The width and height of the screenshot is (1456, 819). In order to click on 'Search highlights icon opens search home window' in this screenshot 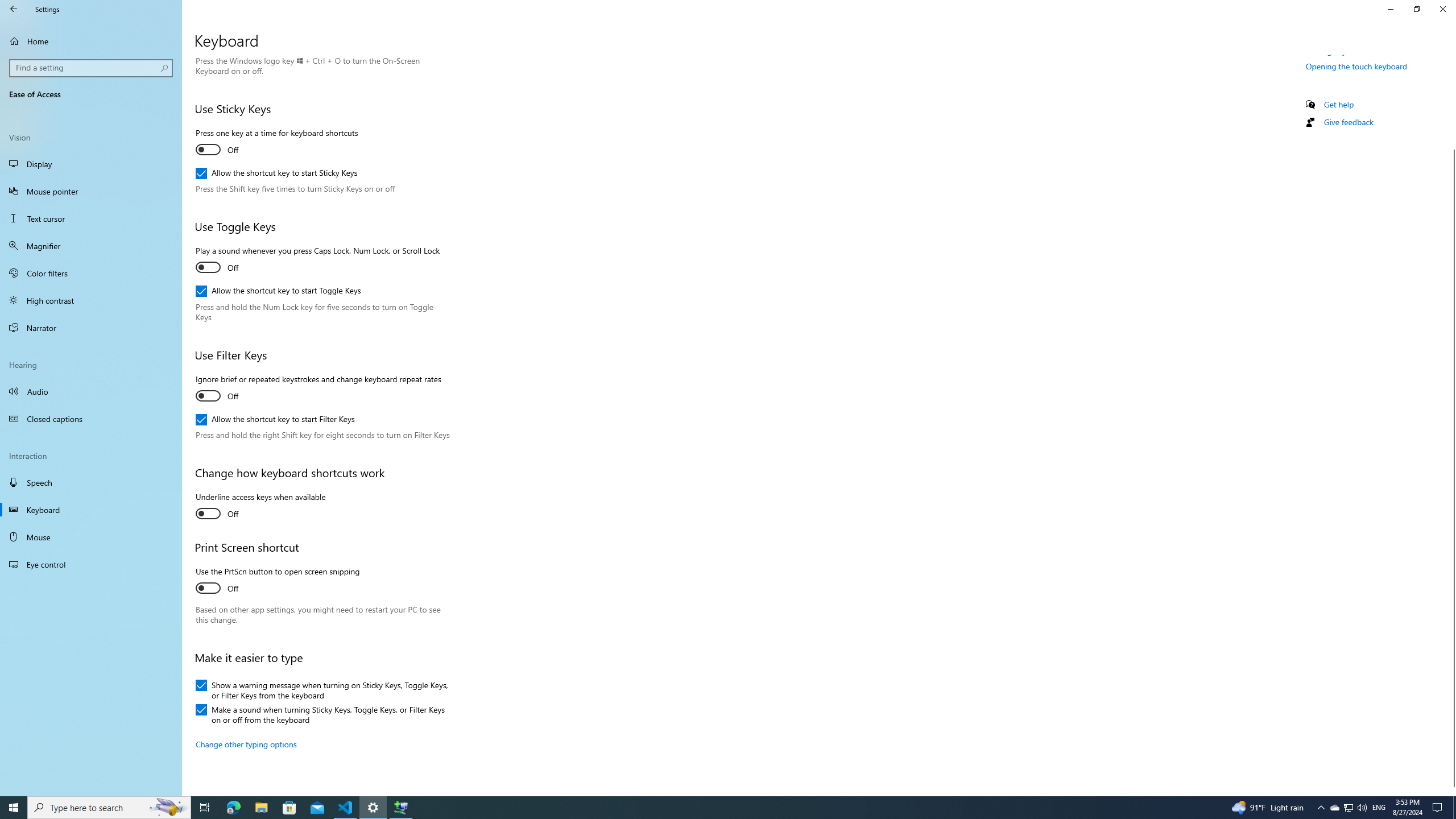, I will do `click(167, 806)`.